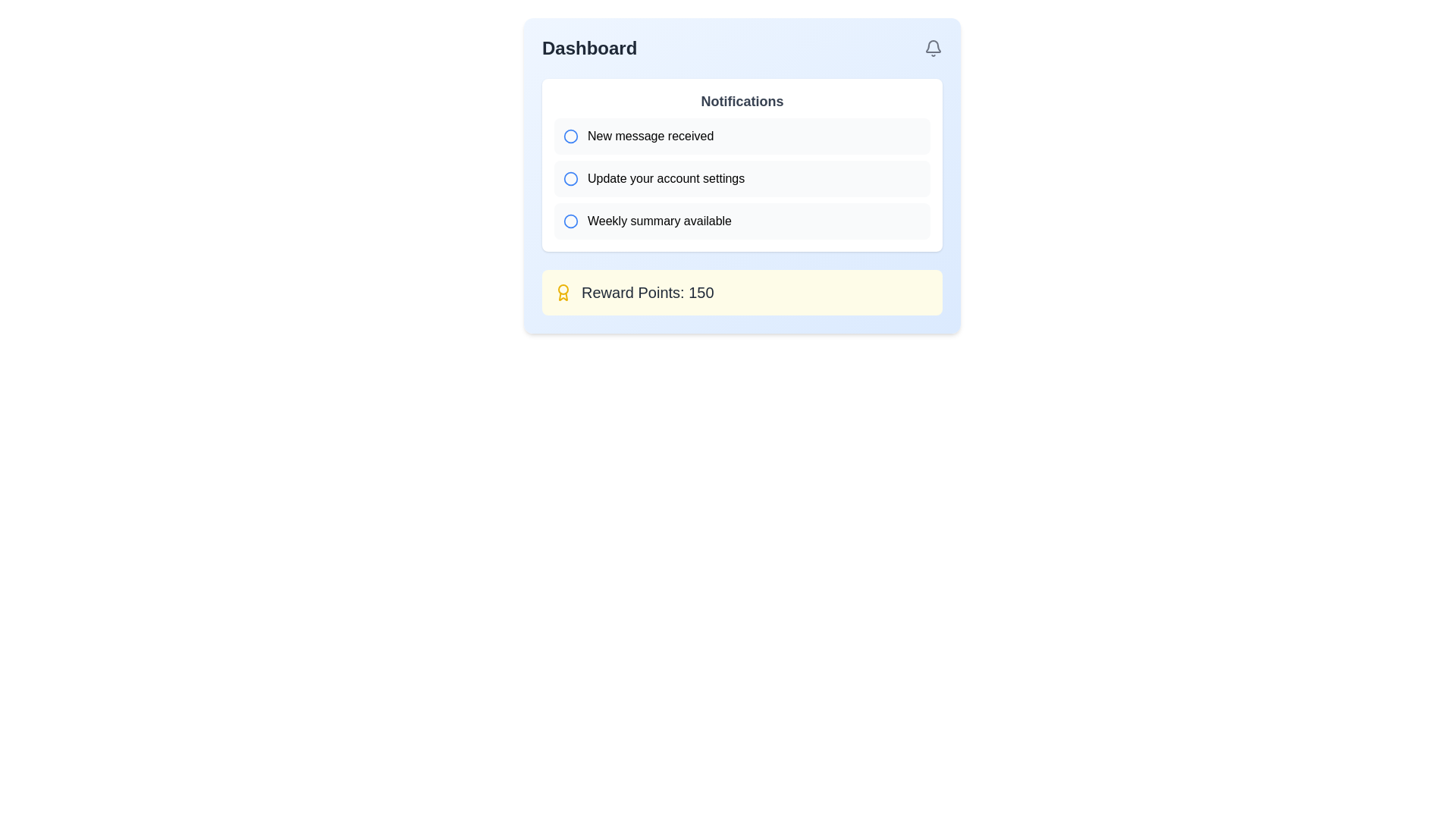  I want to click on the bell-shaped icon segment within the SVG element located in the top right corner of the dashboard UI, so click(932, 45).